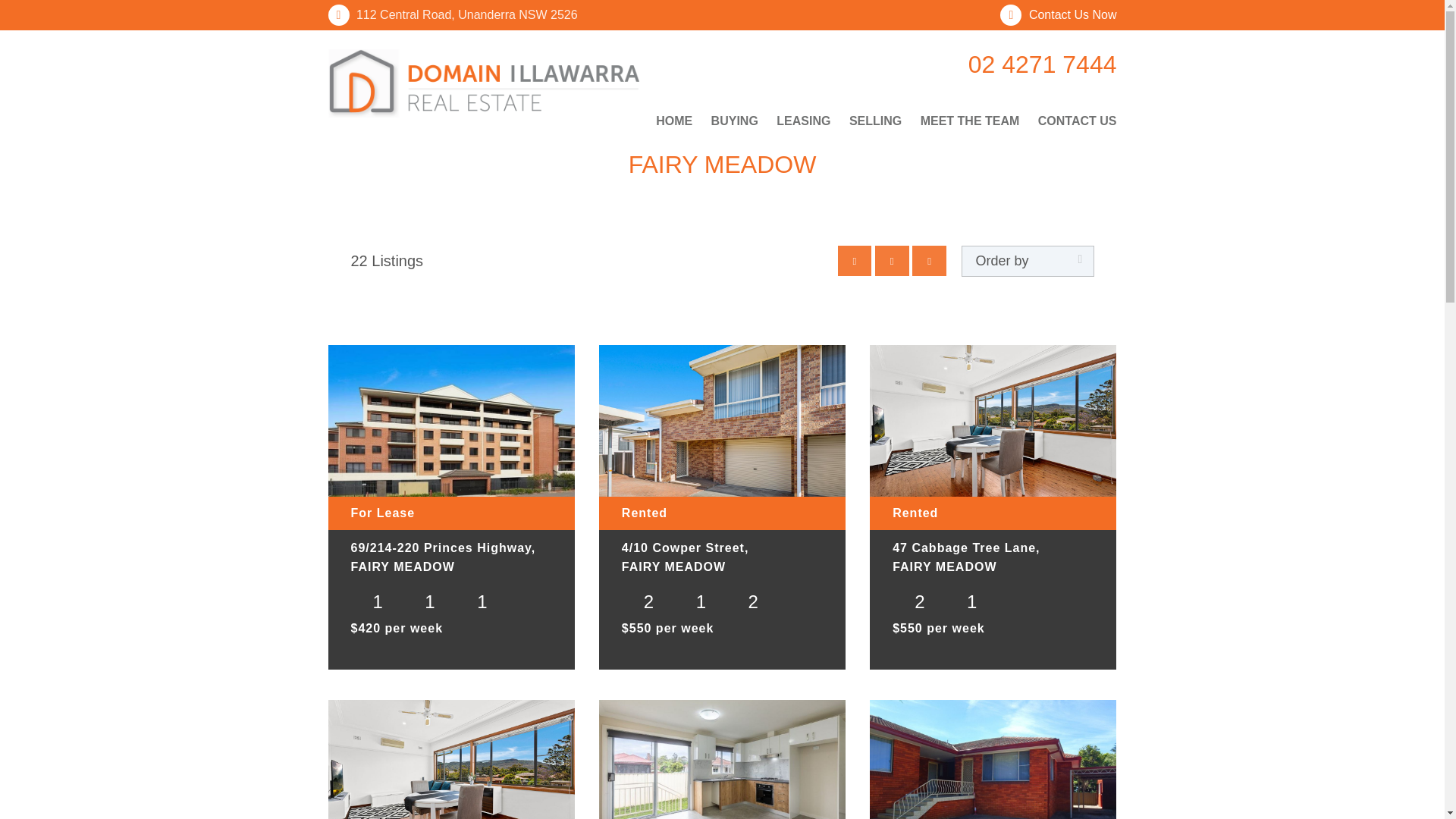 The height and width of the screenshot is (819, 1456). What do you see at coordinates (1057, 14) in the screenshot?
I see `'Contact Us Now'` at bounding box center [1057, 14].